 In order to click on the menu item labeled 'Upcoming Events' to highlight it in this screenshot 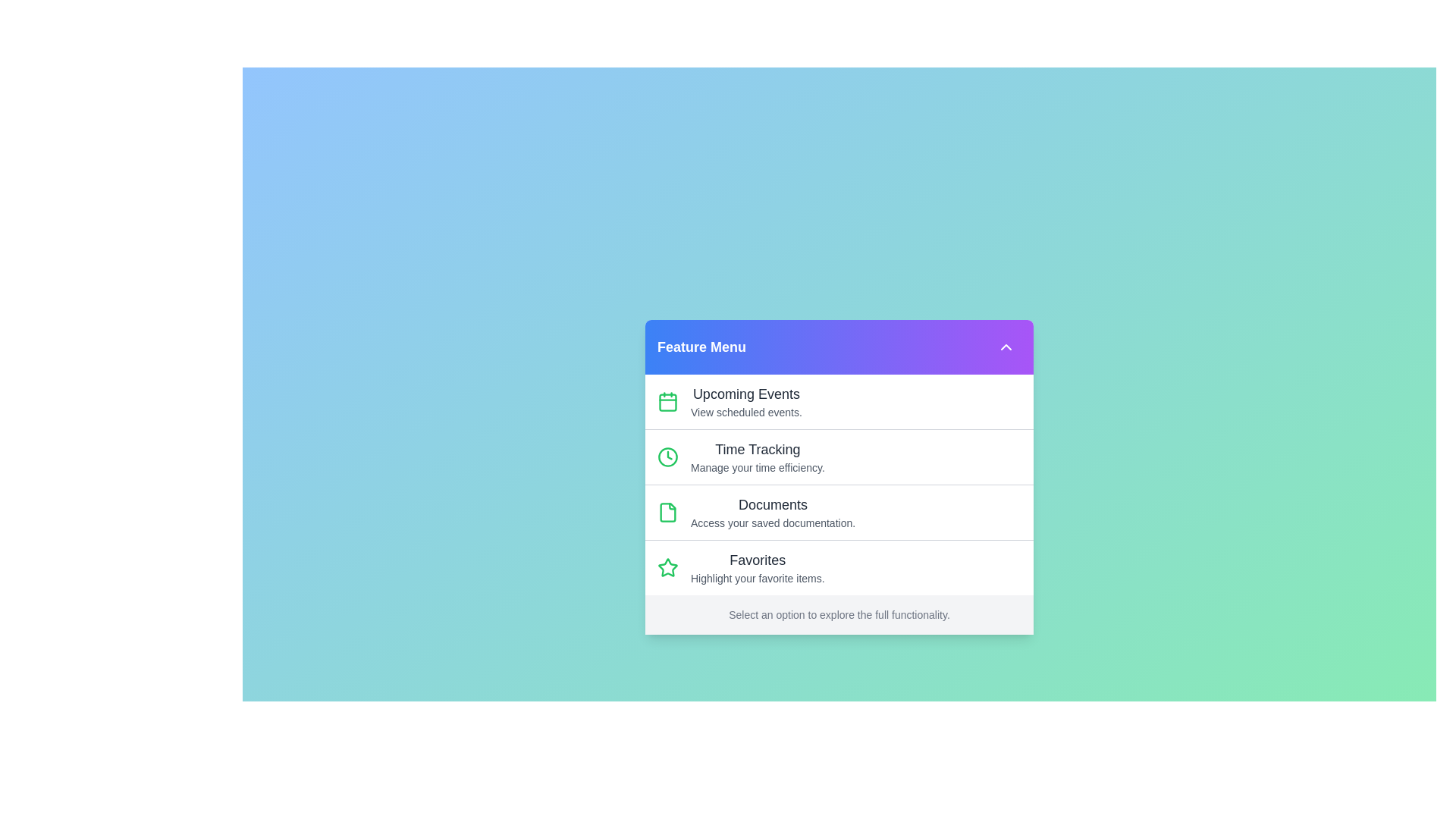, I will do `click(839, 400)`.